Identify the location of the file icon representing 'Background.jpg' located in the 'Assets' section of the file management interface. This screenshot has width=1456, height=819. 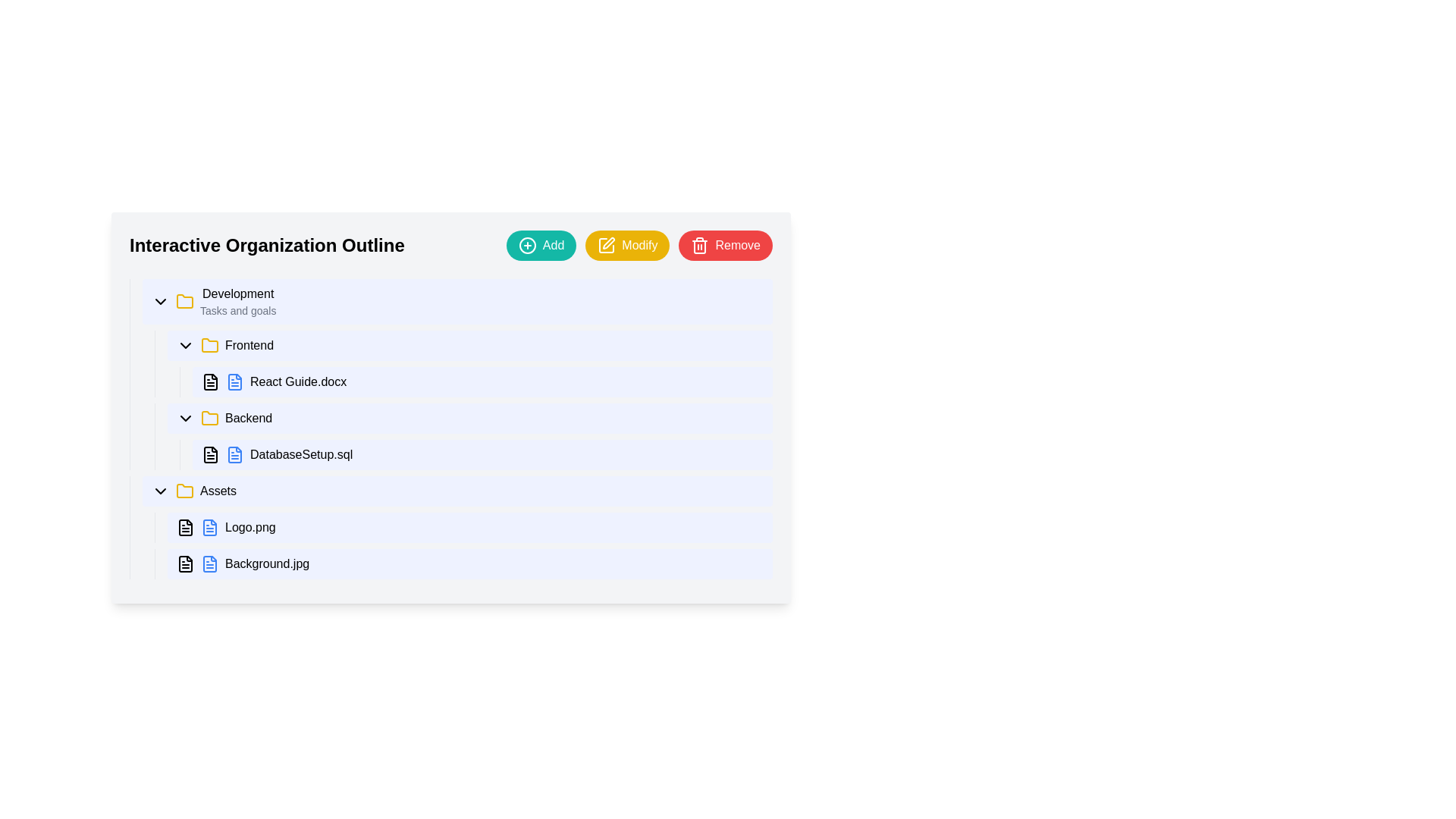
(184, 564).